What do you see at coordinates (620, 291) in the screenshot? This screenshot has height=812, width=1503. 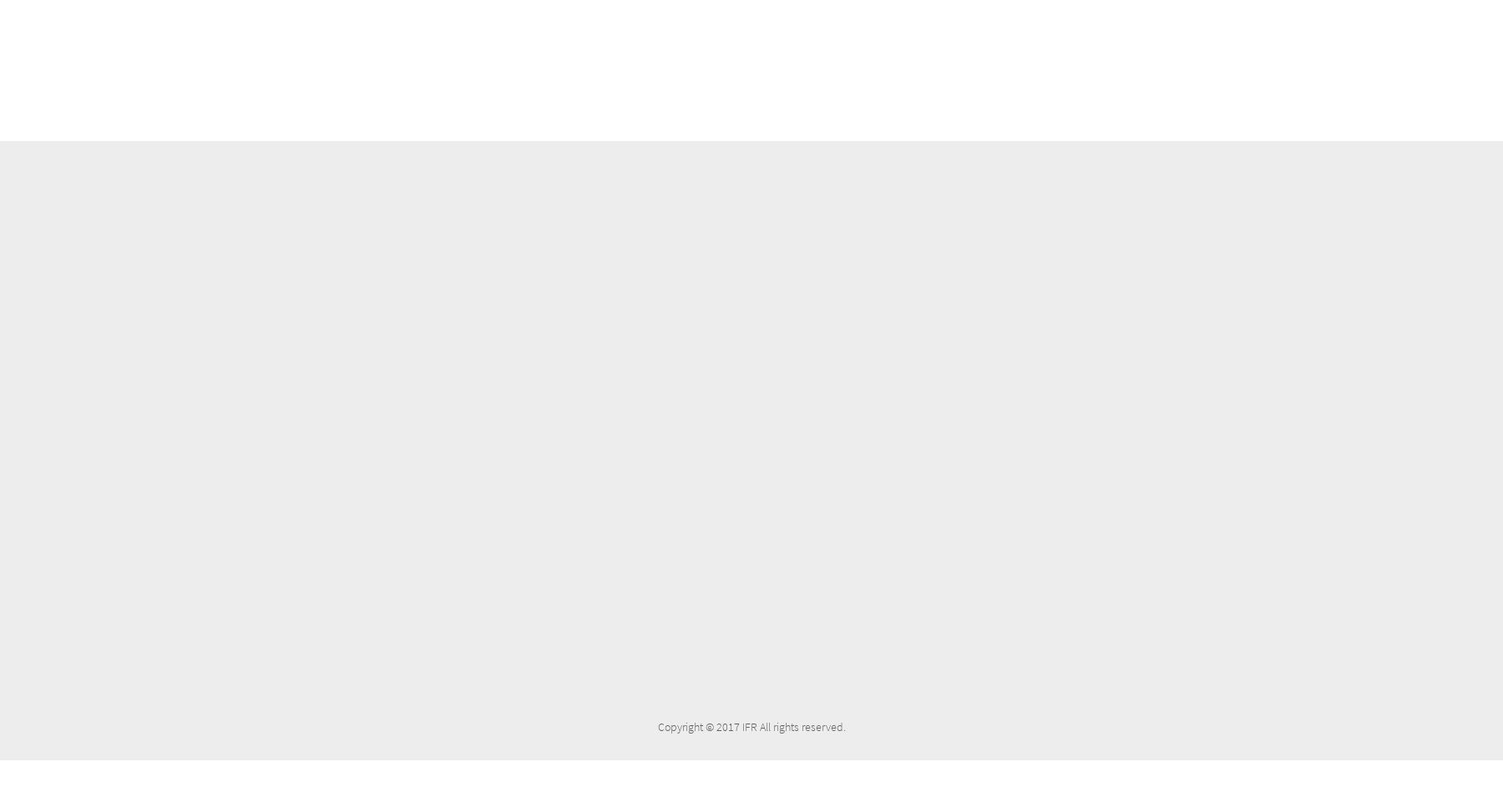 I see `'Dynamics 365 Lawyers: The management solution for the legal sector challenges.'` at bounding box center [620, 291].